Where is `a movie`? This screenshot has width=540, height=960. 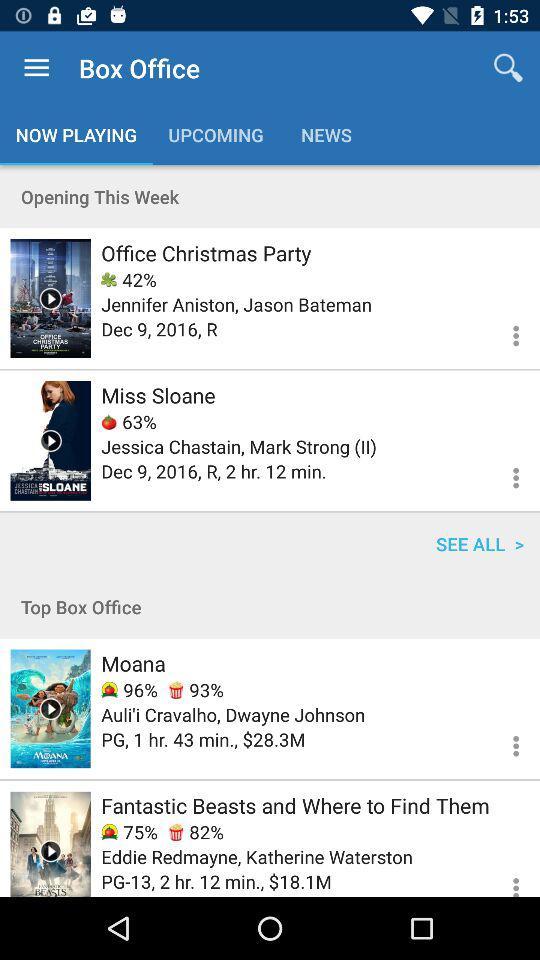 a movie is located at coordinates (50, 708).